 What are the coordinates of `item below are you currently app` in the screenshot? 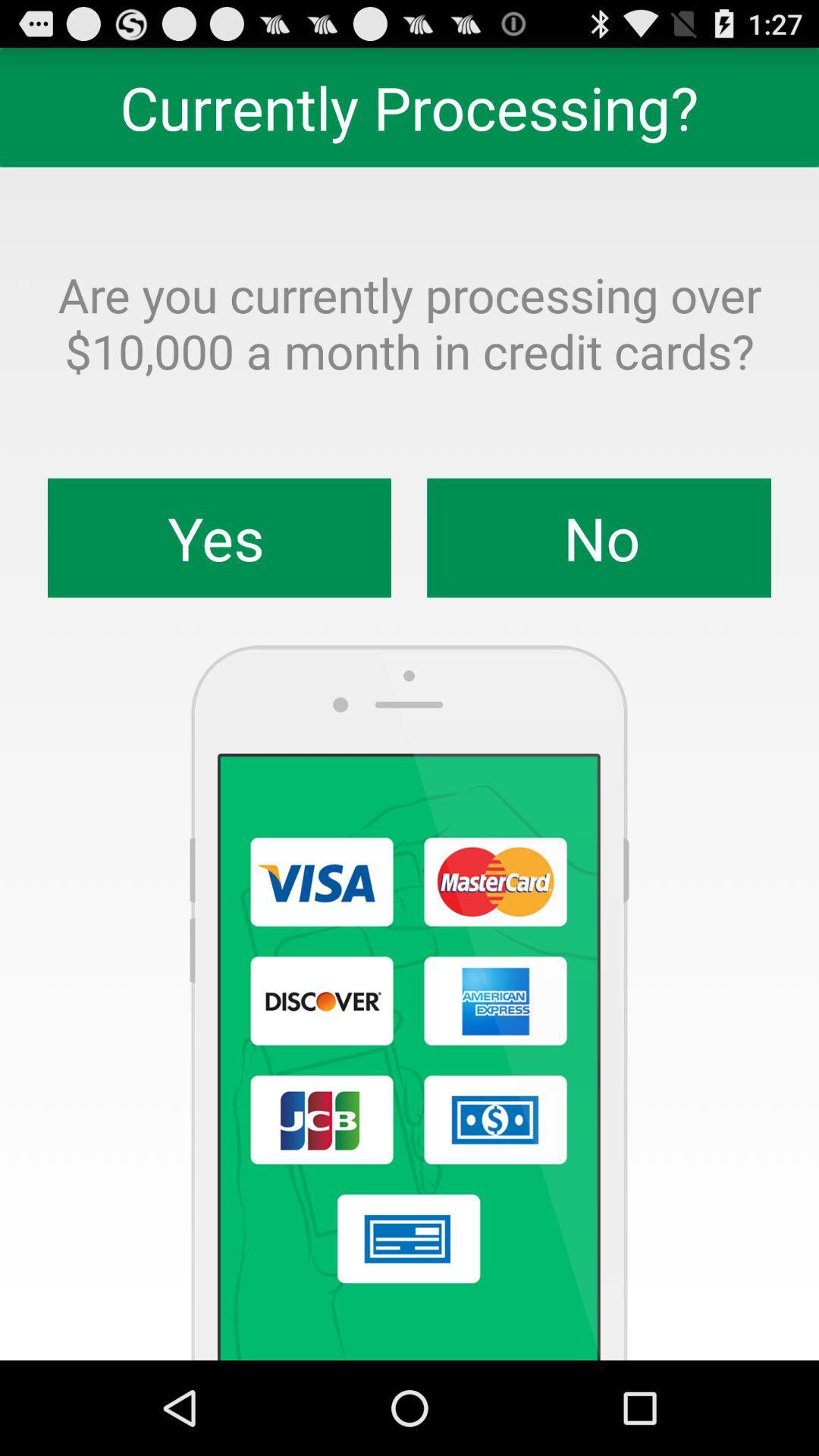 It's located at (219, 538).